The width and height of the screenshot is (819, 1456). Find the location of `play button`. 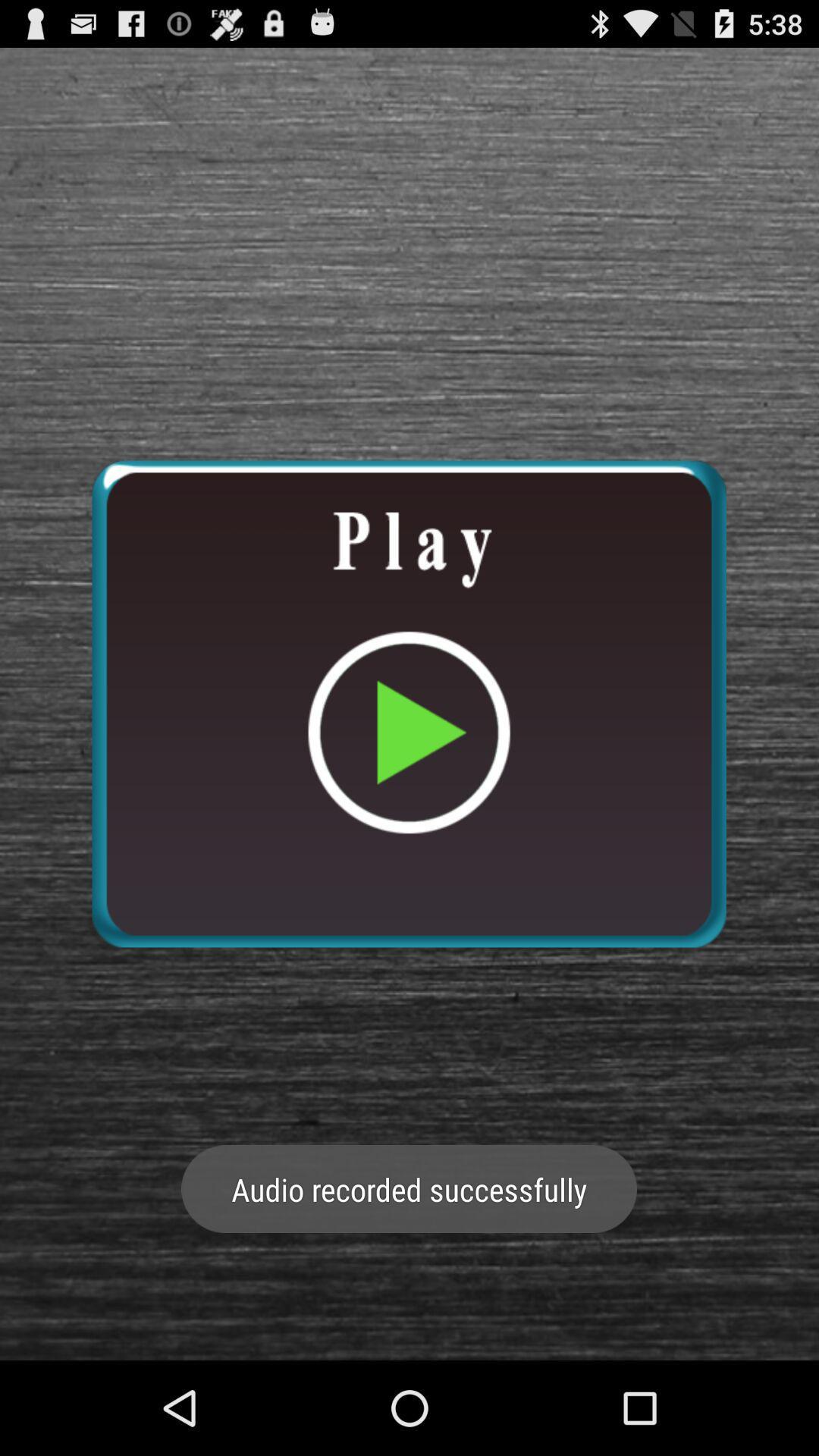

play button is located at coordinates (408, 703).